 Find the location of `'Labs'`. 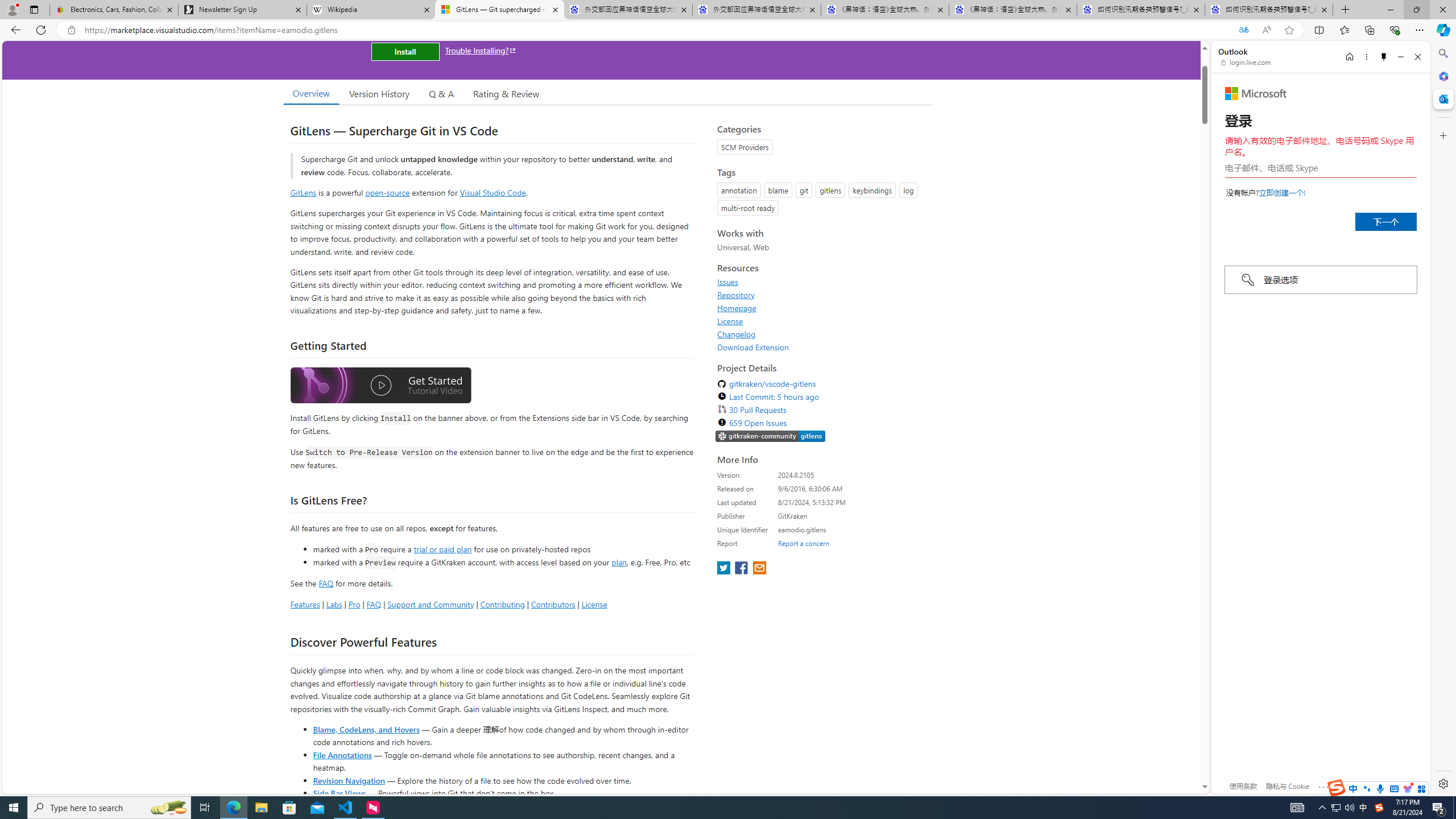

'Labs' is located at coordinates (334, 603).